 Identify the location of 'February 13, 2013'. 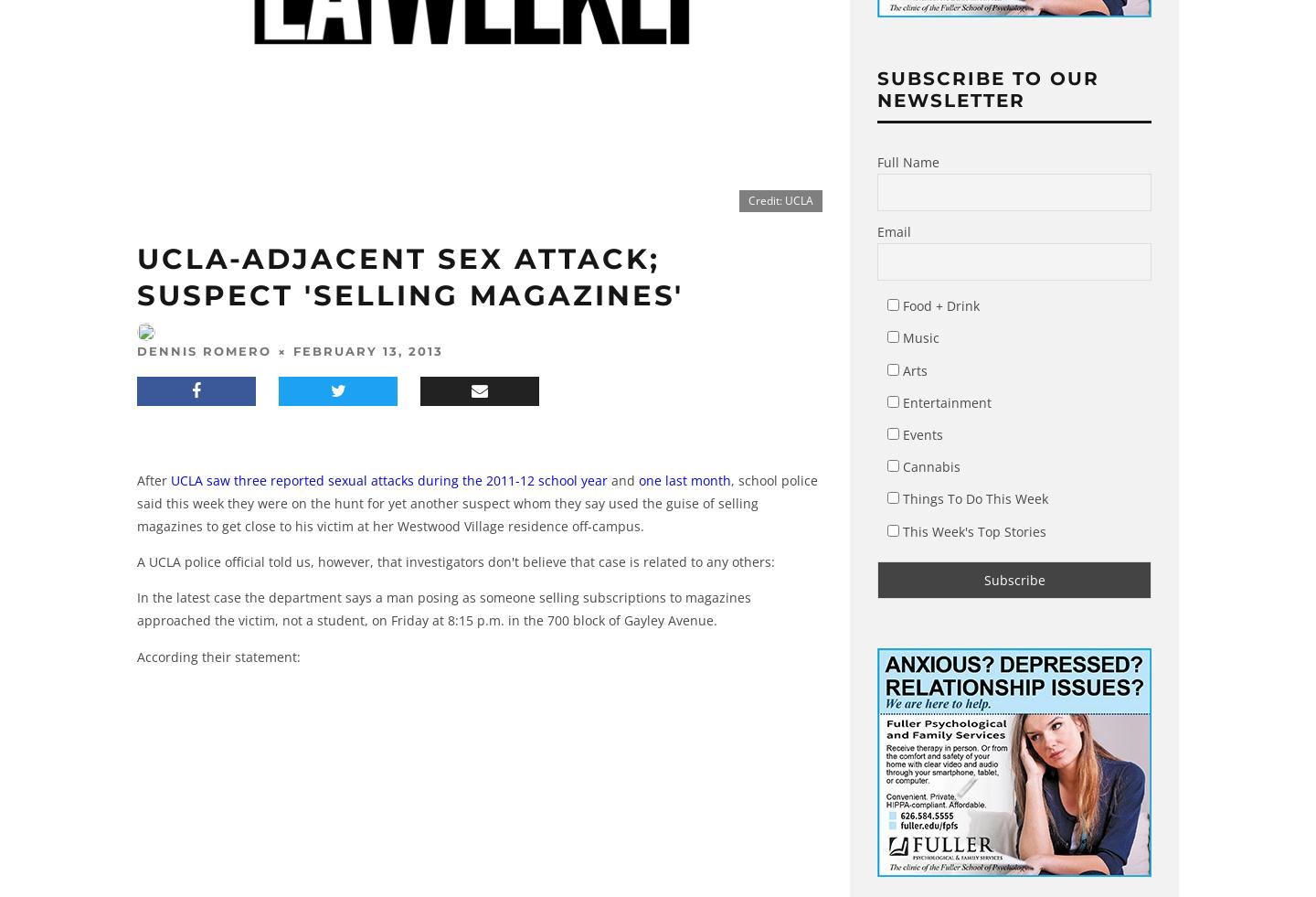
(367, 349).